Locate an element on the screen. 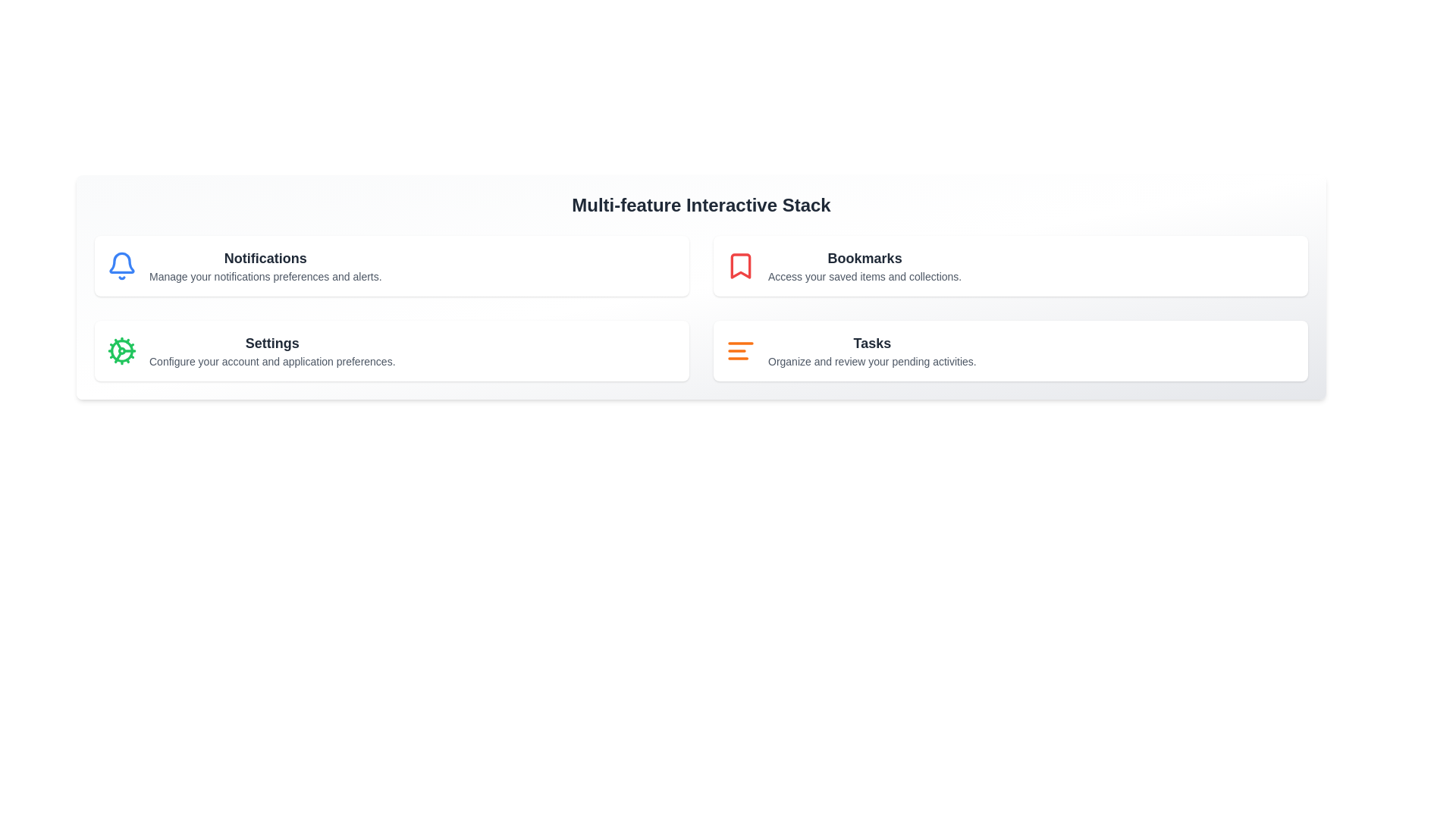  the functionality of the 'Settings' icon, which is represented by a cogwheel icon and descriptive text, located within the 'Settings' panel of the interactive stack interface is located at coordinates (122, 350).